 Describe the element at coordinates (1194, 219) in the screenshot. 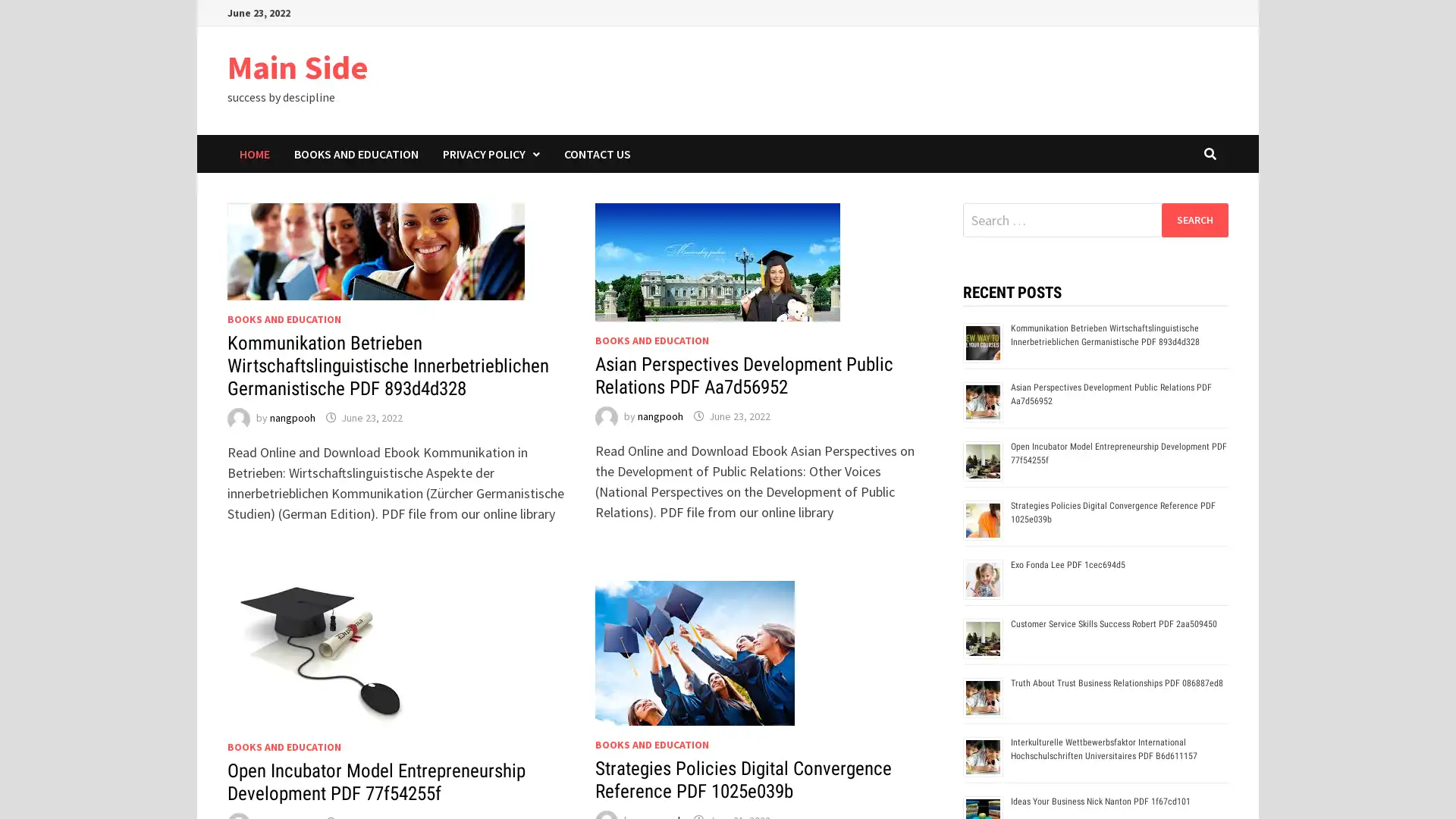

I see `Search` at that location.